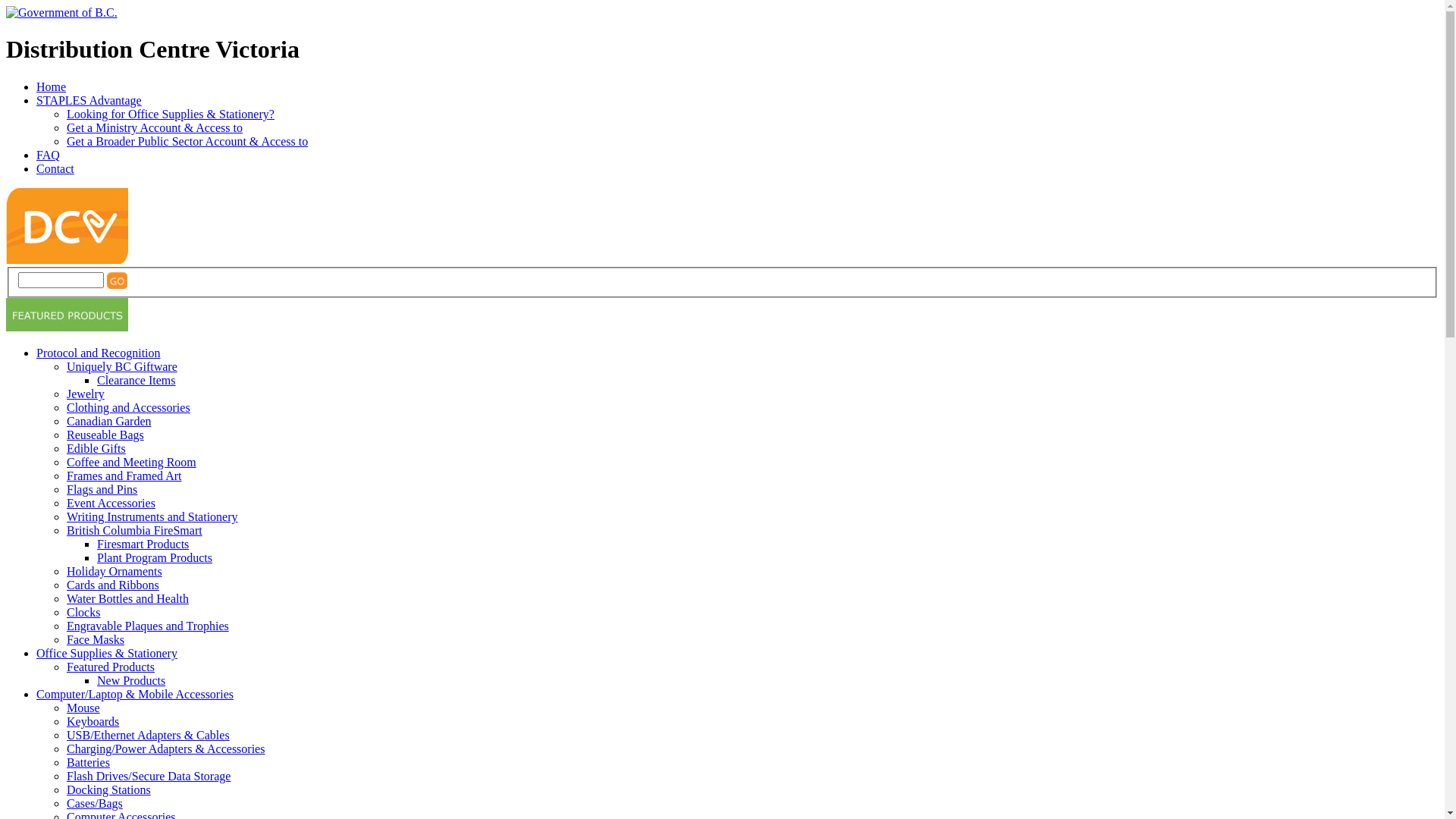 This screenshot has height=819, width=1456. I want to click on 'Featured Products', so click(109, 666).